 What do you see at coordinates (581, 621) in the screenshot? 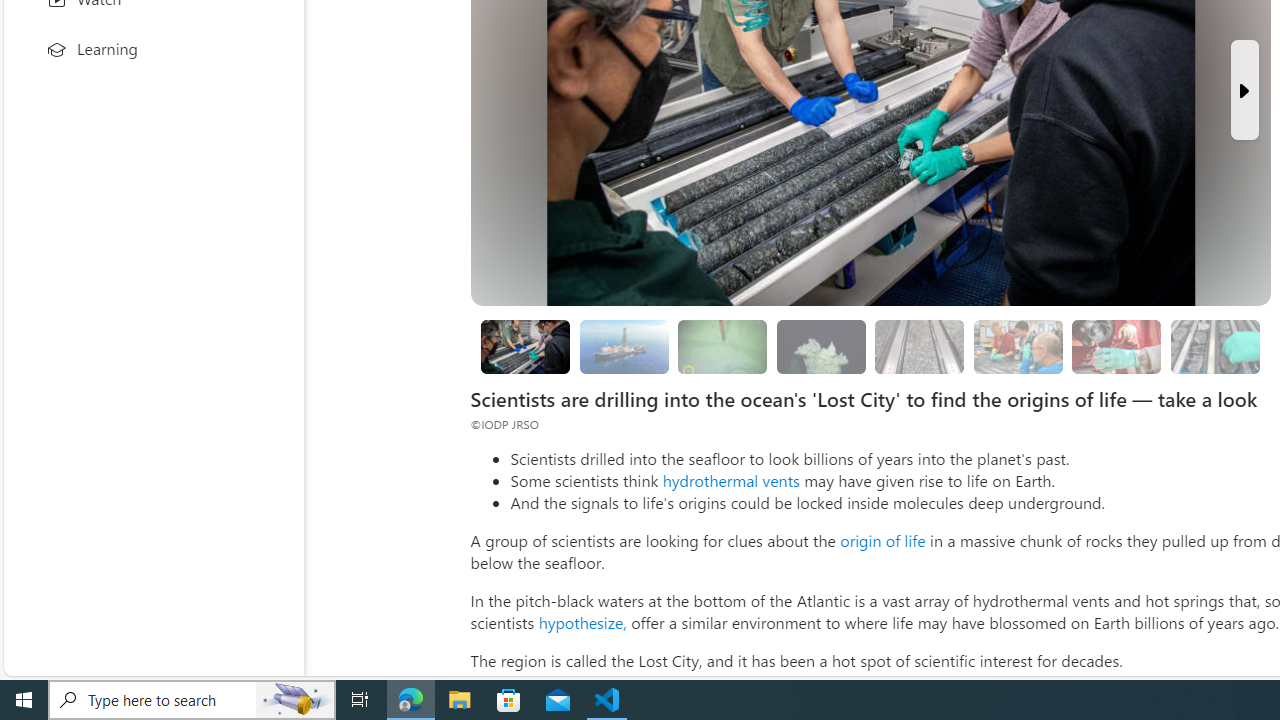
I see `'hypothesize,'` at bounding box center [581, 621].